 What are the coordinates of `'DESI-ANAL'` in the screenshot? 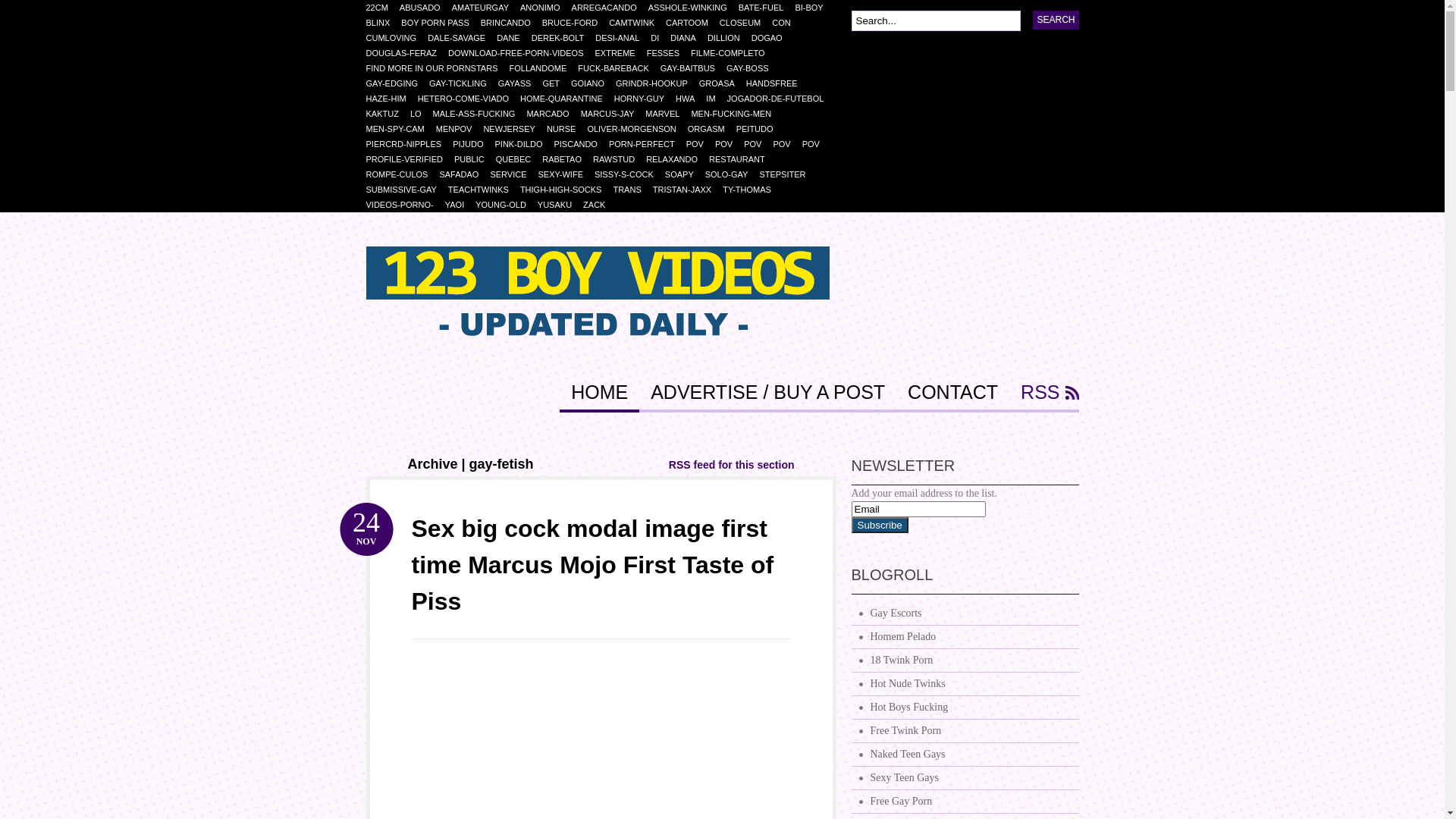 It's located at (623, 37).